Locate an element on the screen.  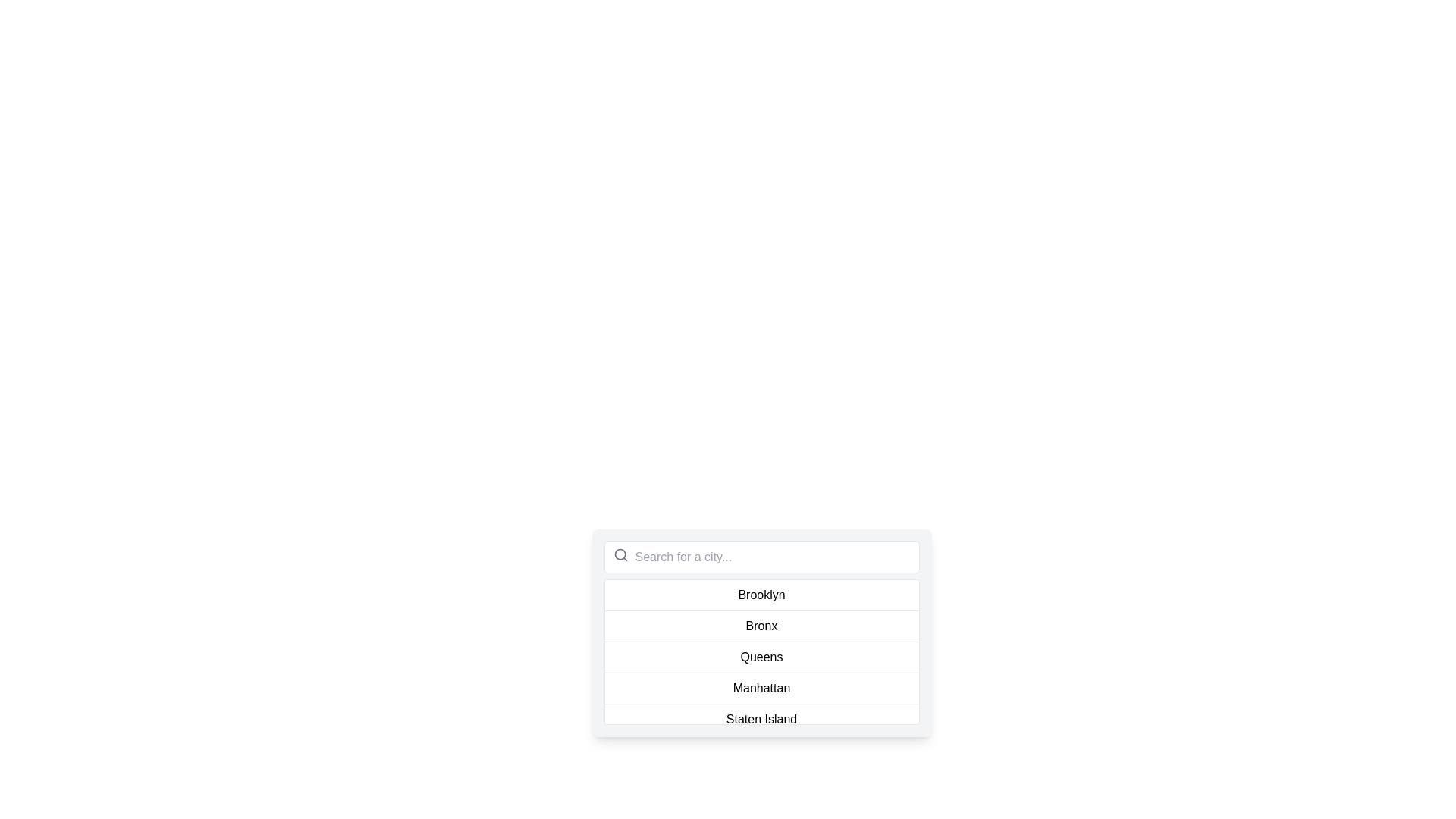
the list item labeled 'Brooklyn' in the dropdown menu is located at coordinates (761, 595).